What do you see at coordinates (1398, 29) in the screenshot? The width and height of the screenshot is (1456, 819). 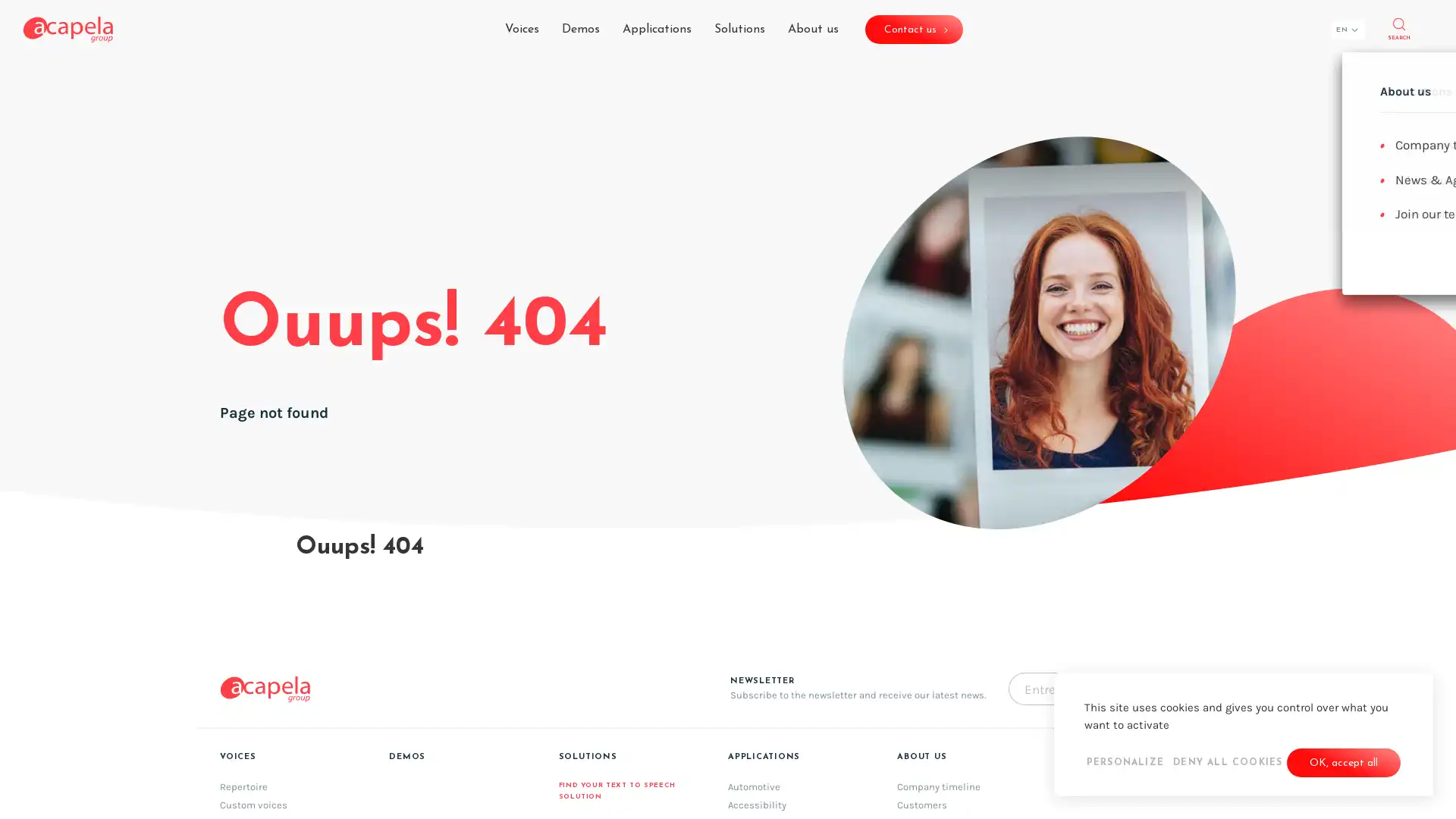 I see `SEARCH  CLOSE` at bounding box center [1398, 29].